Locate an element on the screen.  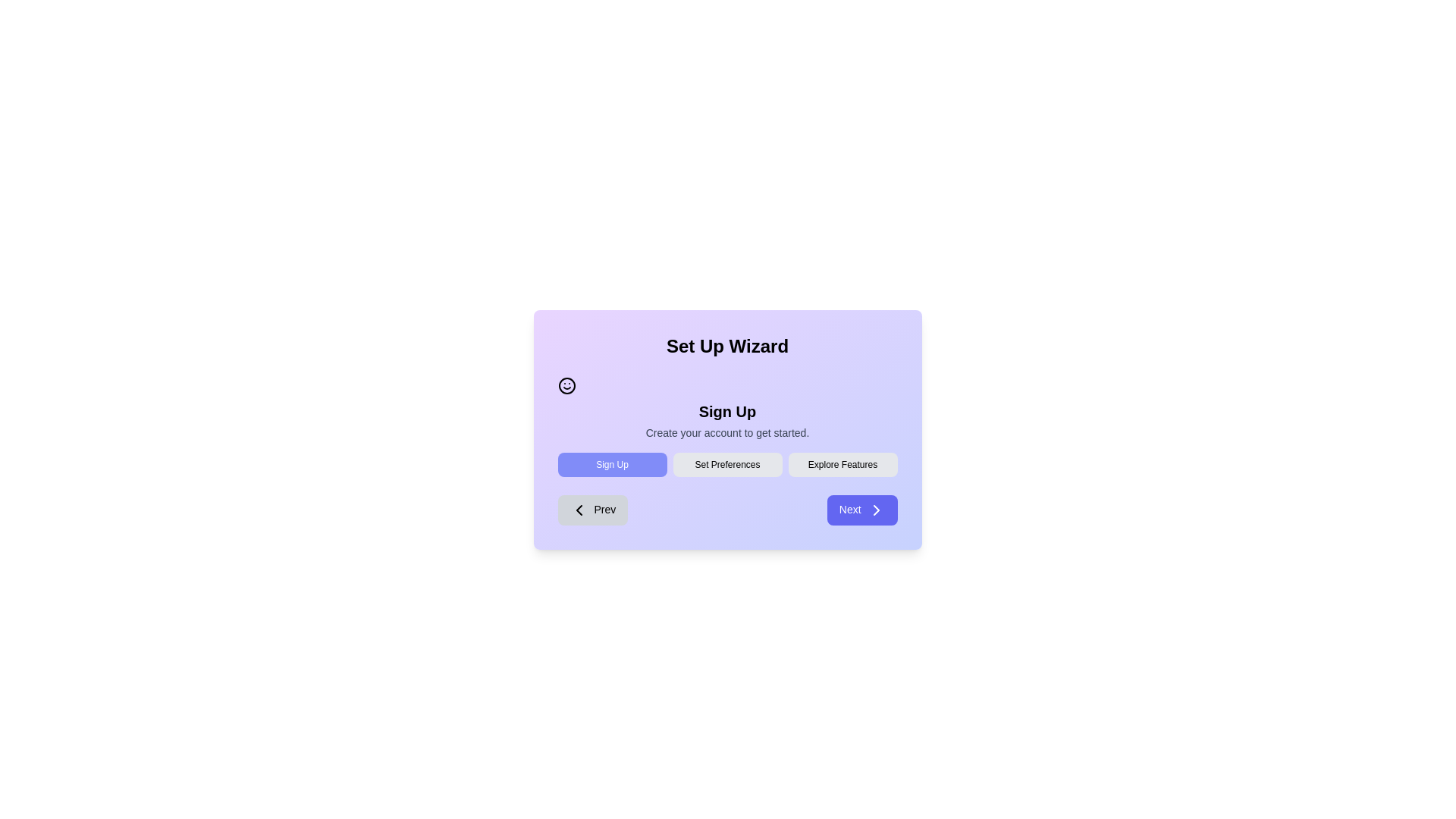
text label 'Sign Up' displayed in a small font size, styled with a white color on a purple background, located at the center of the button element positioned towards the center of the page is located at coordinates (612, 464).